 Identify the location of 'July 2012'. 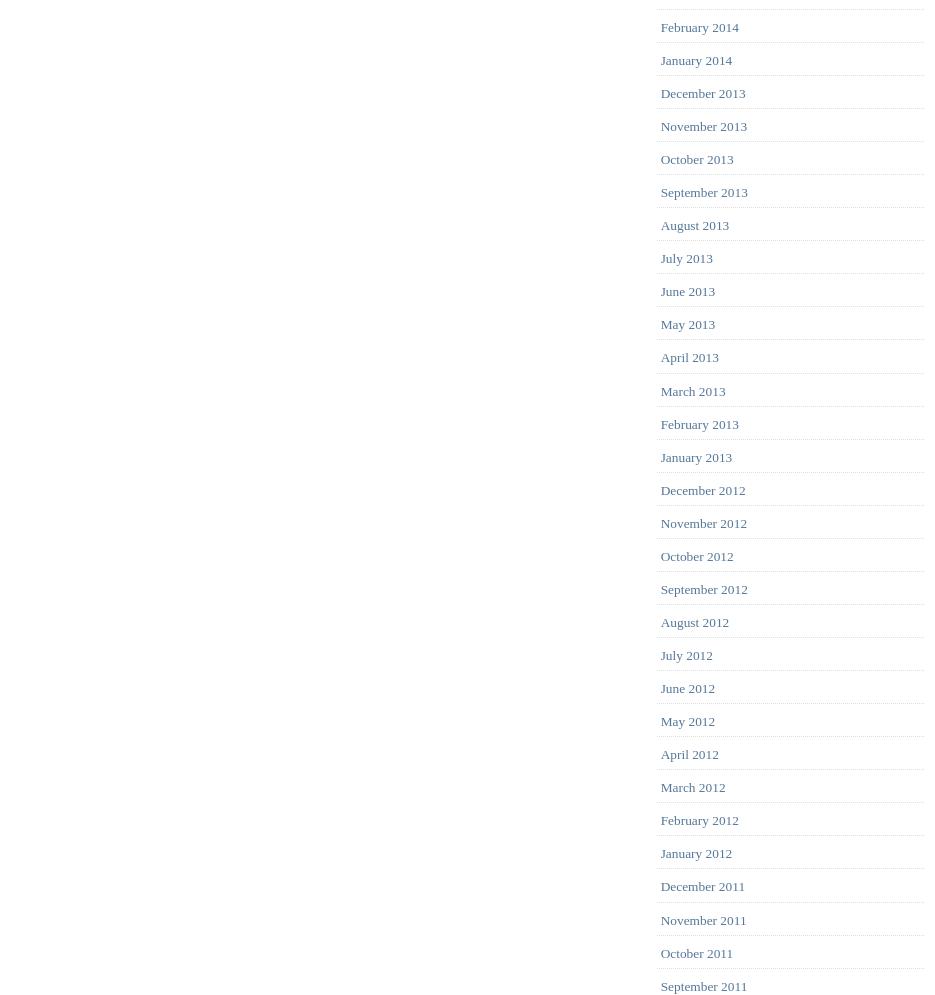
(685, 654).